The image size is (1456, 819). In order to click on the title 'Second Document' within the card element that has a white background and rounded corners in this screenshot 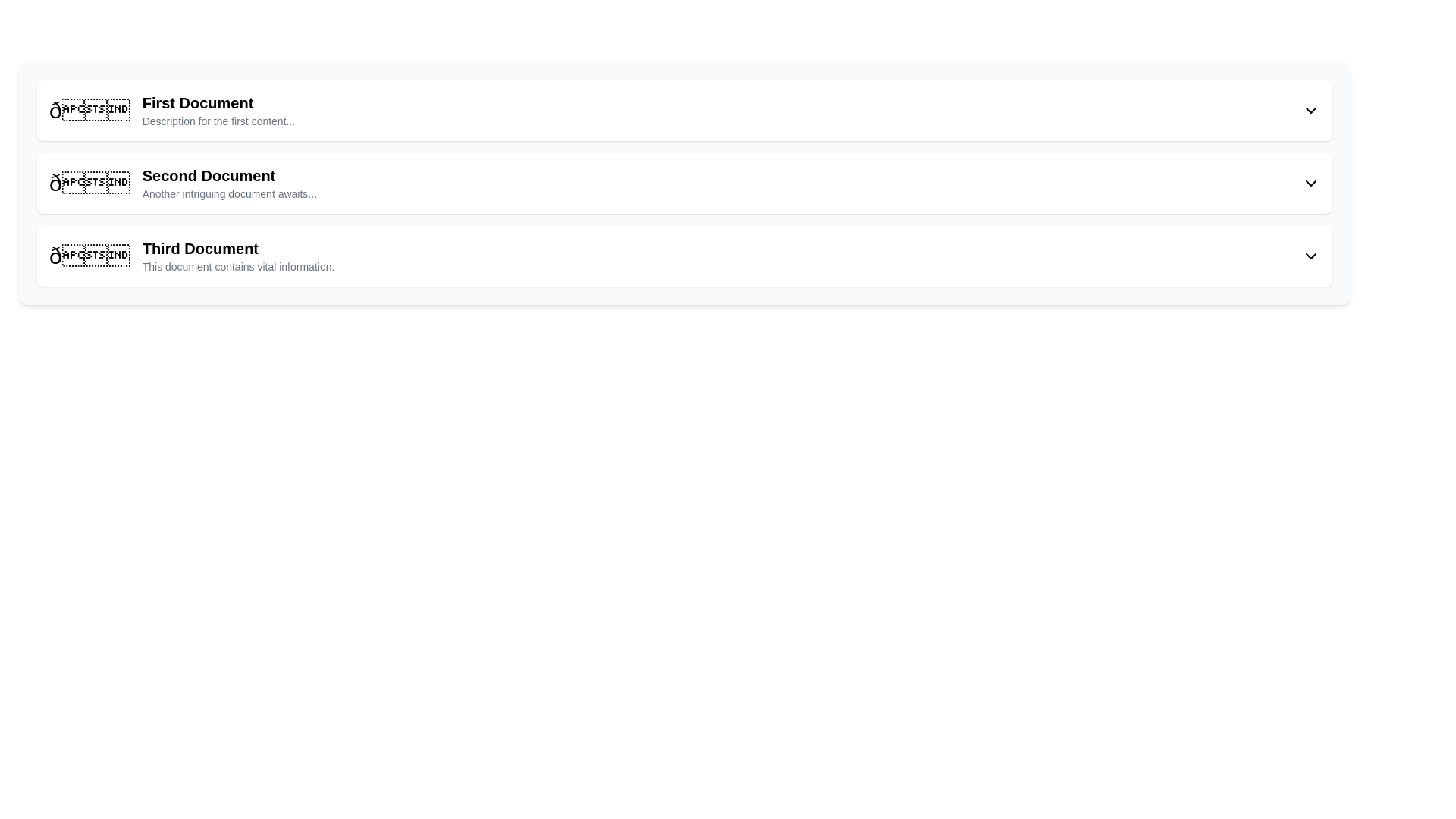, I will do `click(683, 183)`.